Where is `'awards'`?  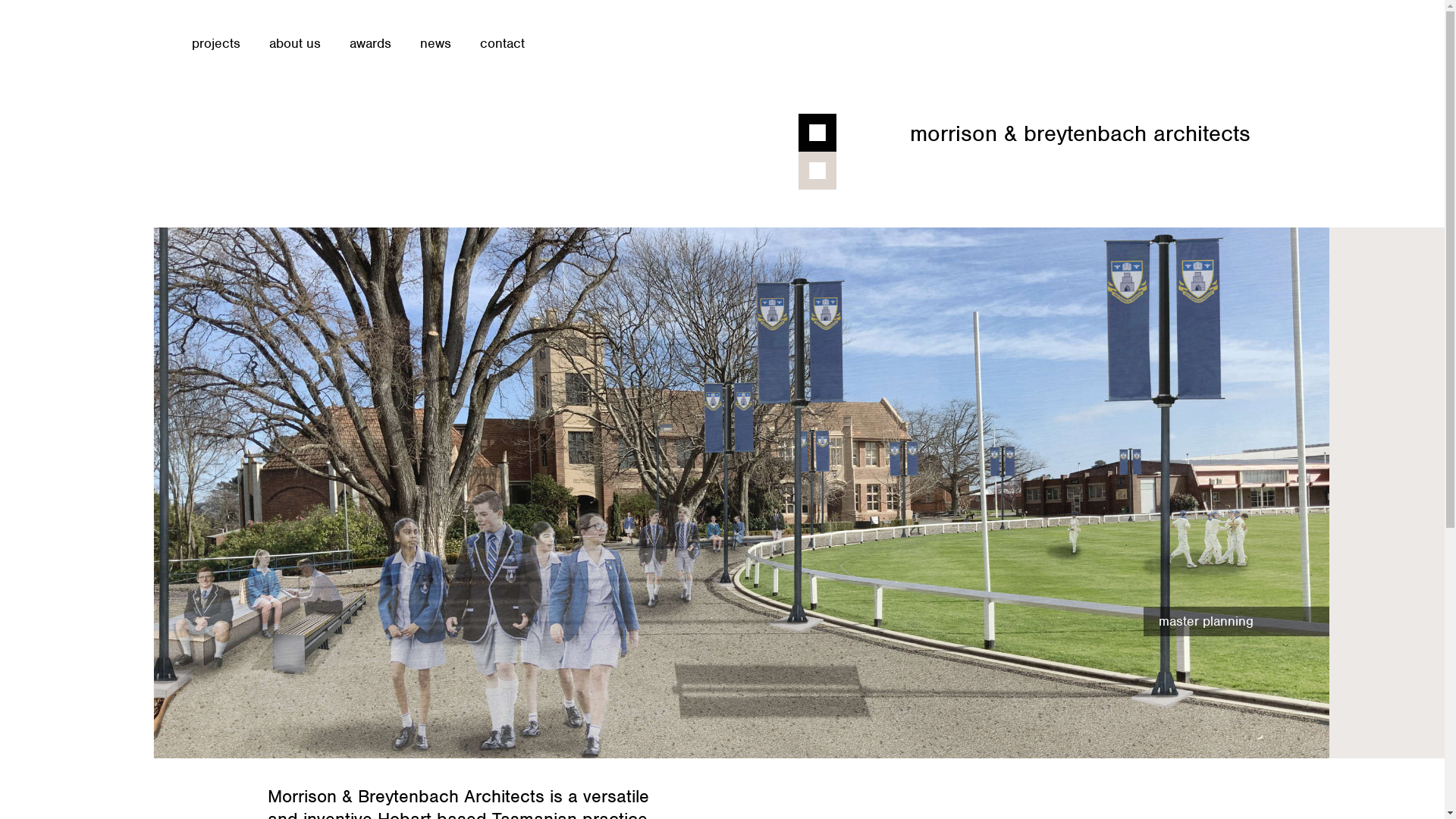
'awards' is located at coordinates (369, 42).